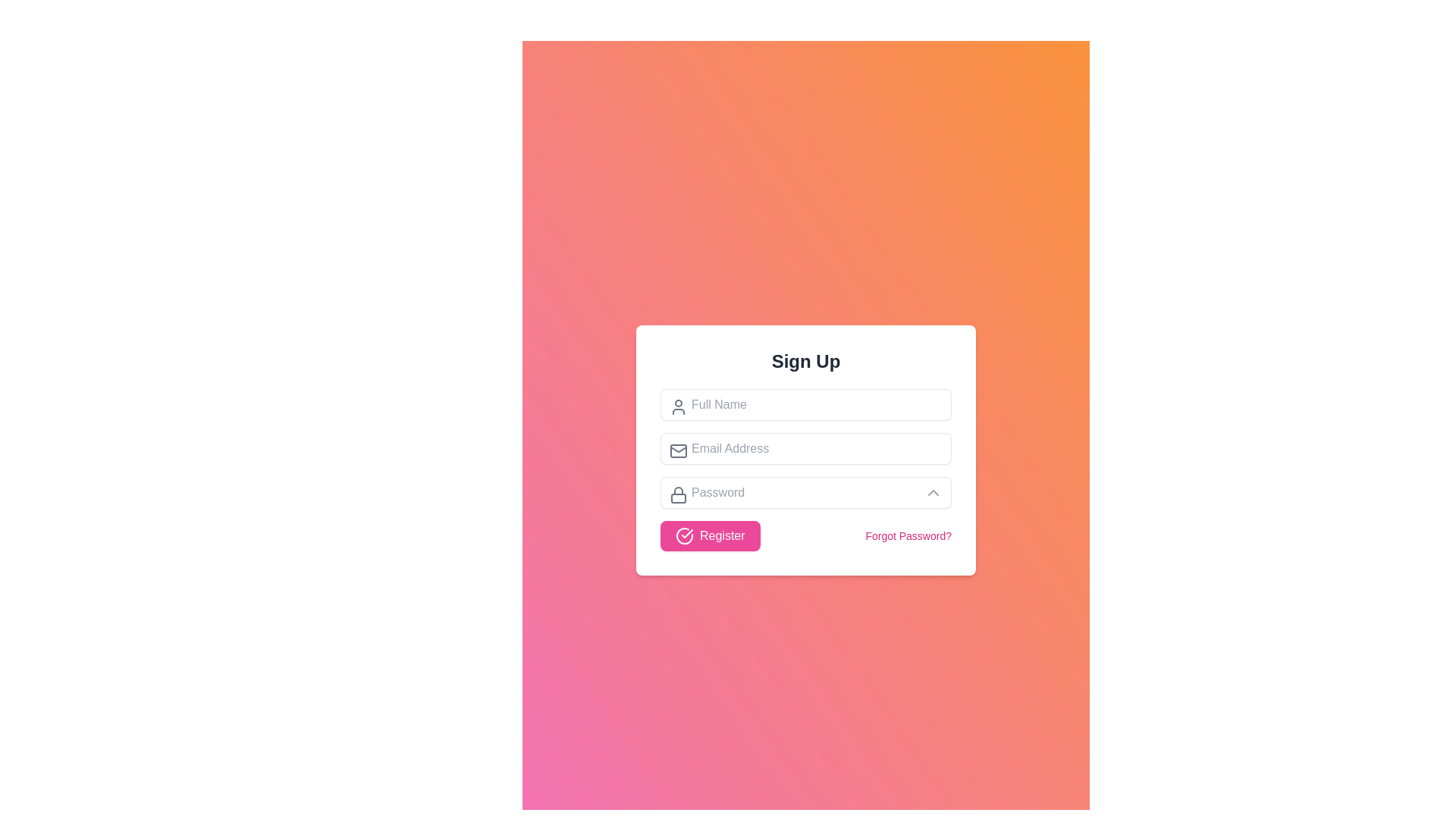  Describe the element at coordinates (683, 535) in the screenshot. I see `the decorative checkmark icon inside the 'Register' button, which emphasizes the button's purpose` at that location.